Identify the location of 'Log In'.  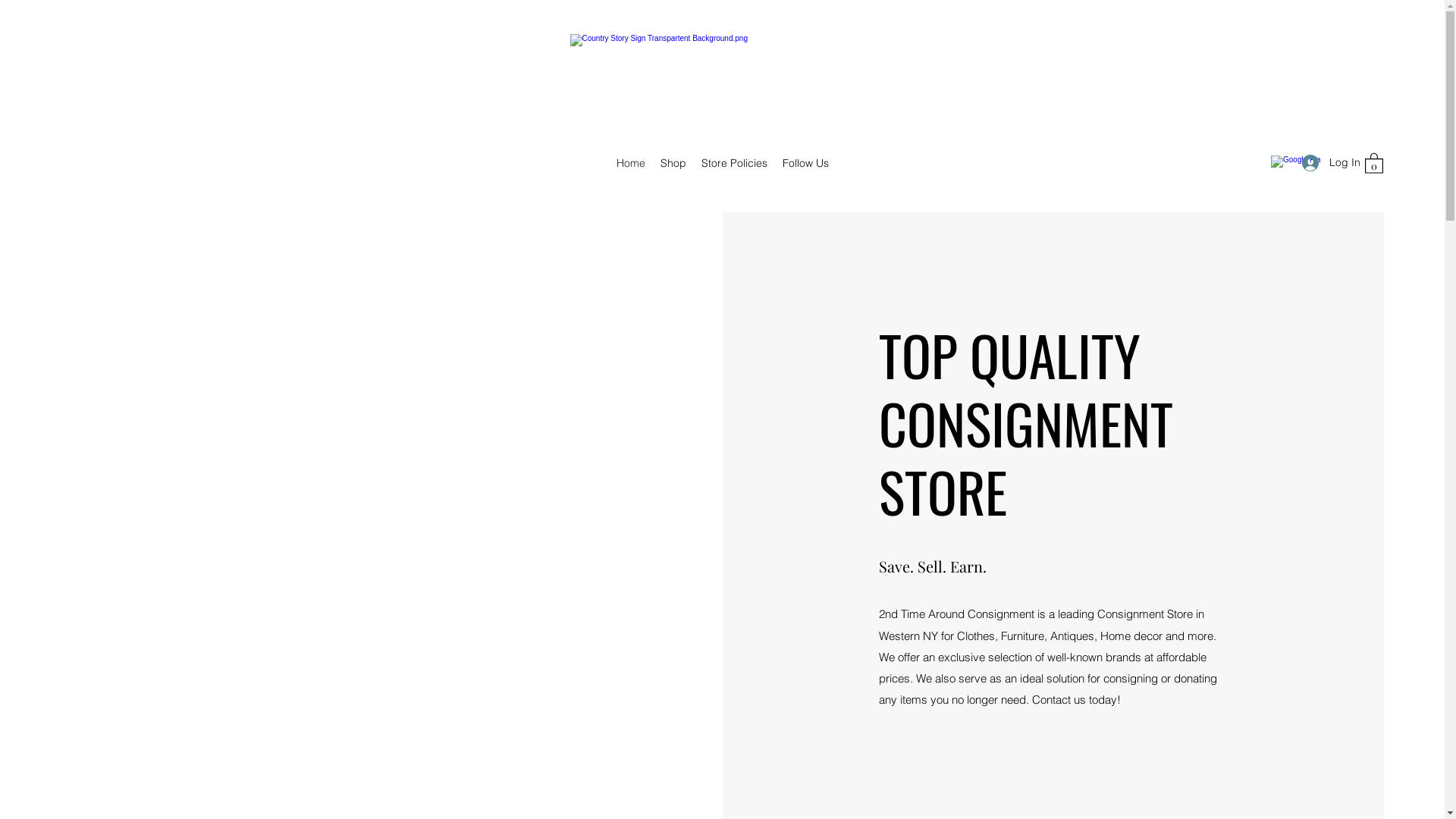
(1324, 162).